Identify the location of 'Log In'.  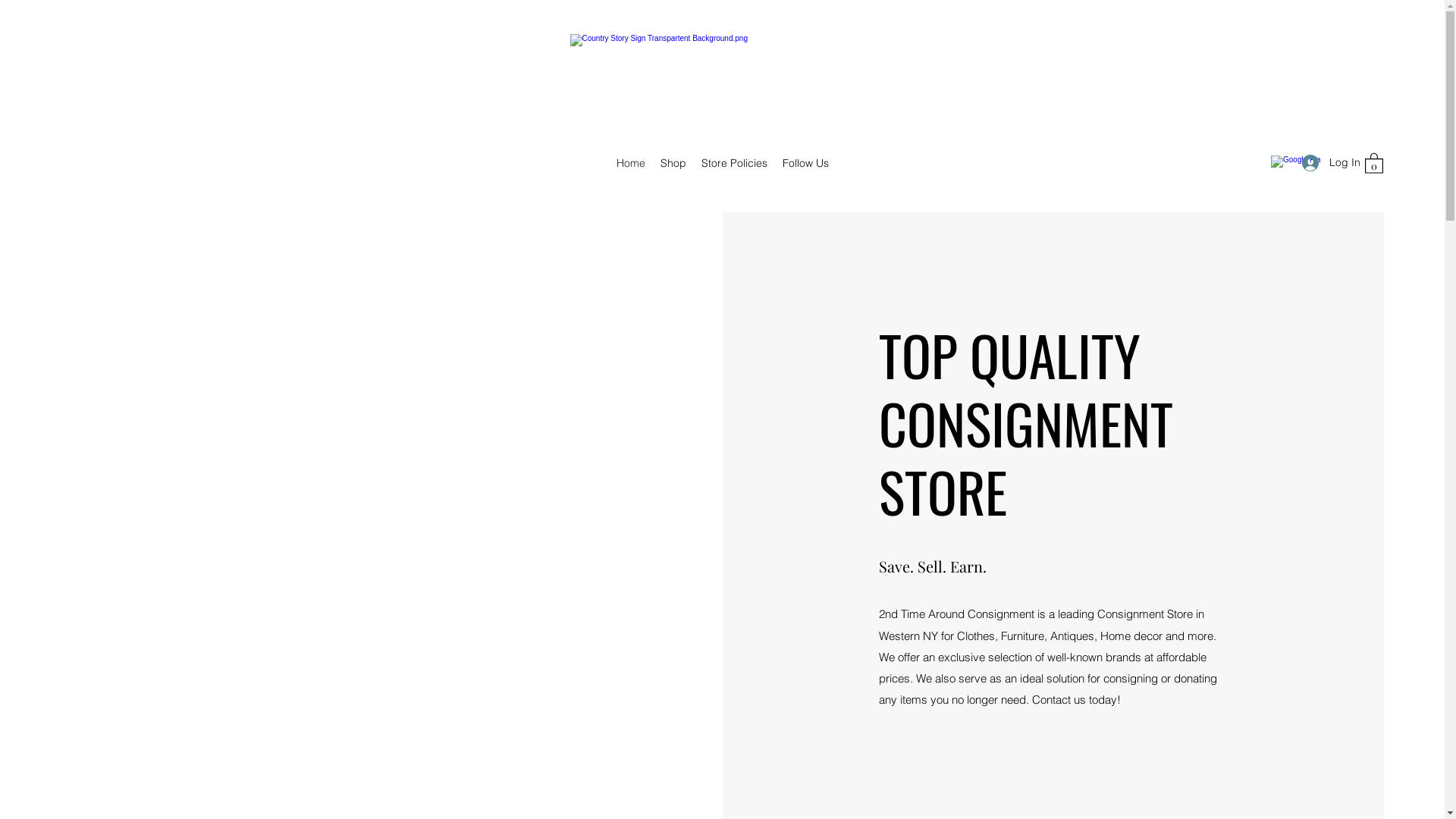
(1324, 162).